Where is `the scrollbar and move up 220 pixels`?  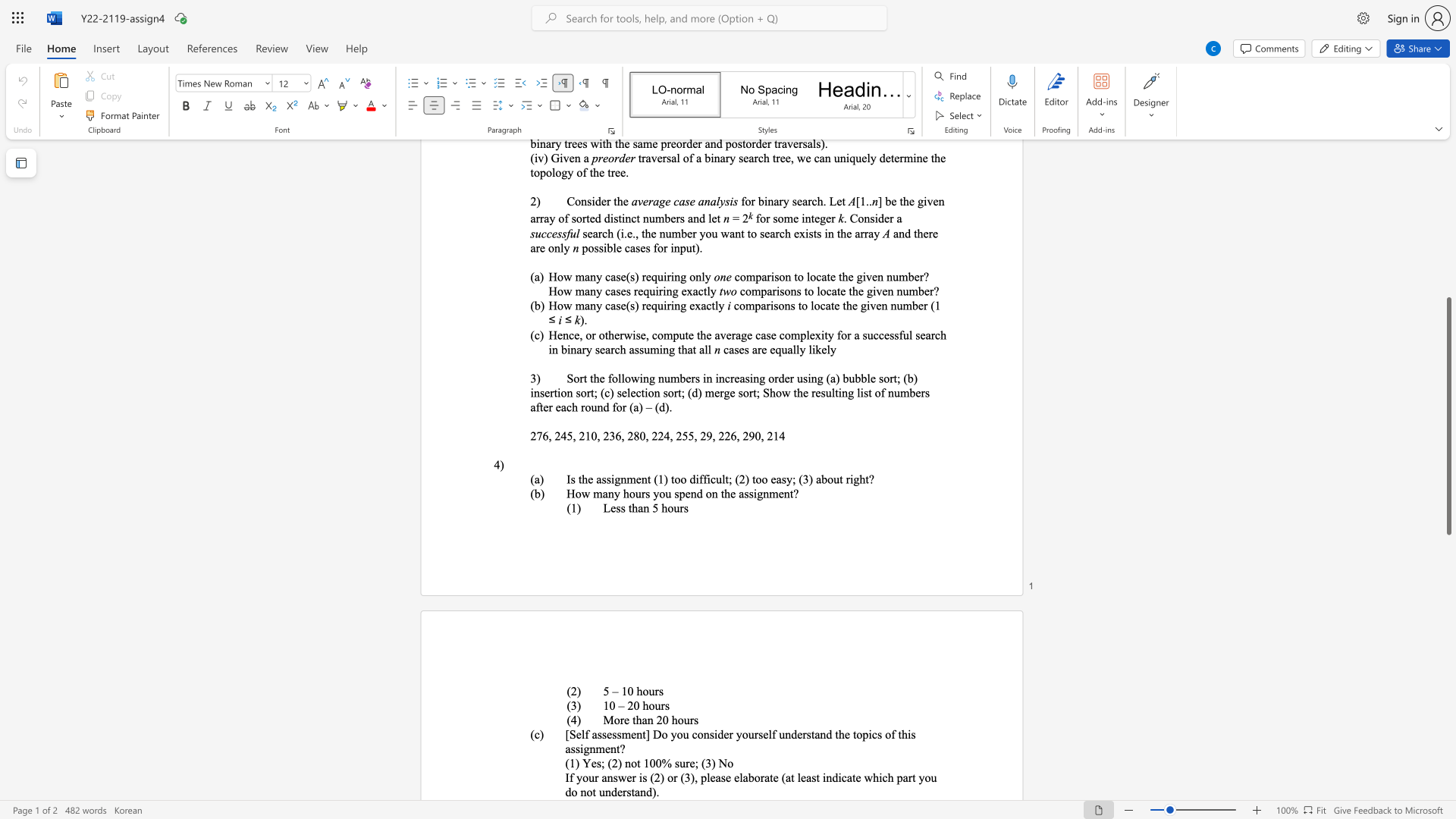 the scrollbar and move up 220 pixels is located at coordinates (1448, 416).